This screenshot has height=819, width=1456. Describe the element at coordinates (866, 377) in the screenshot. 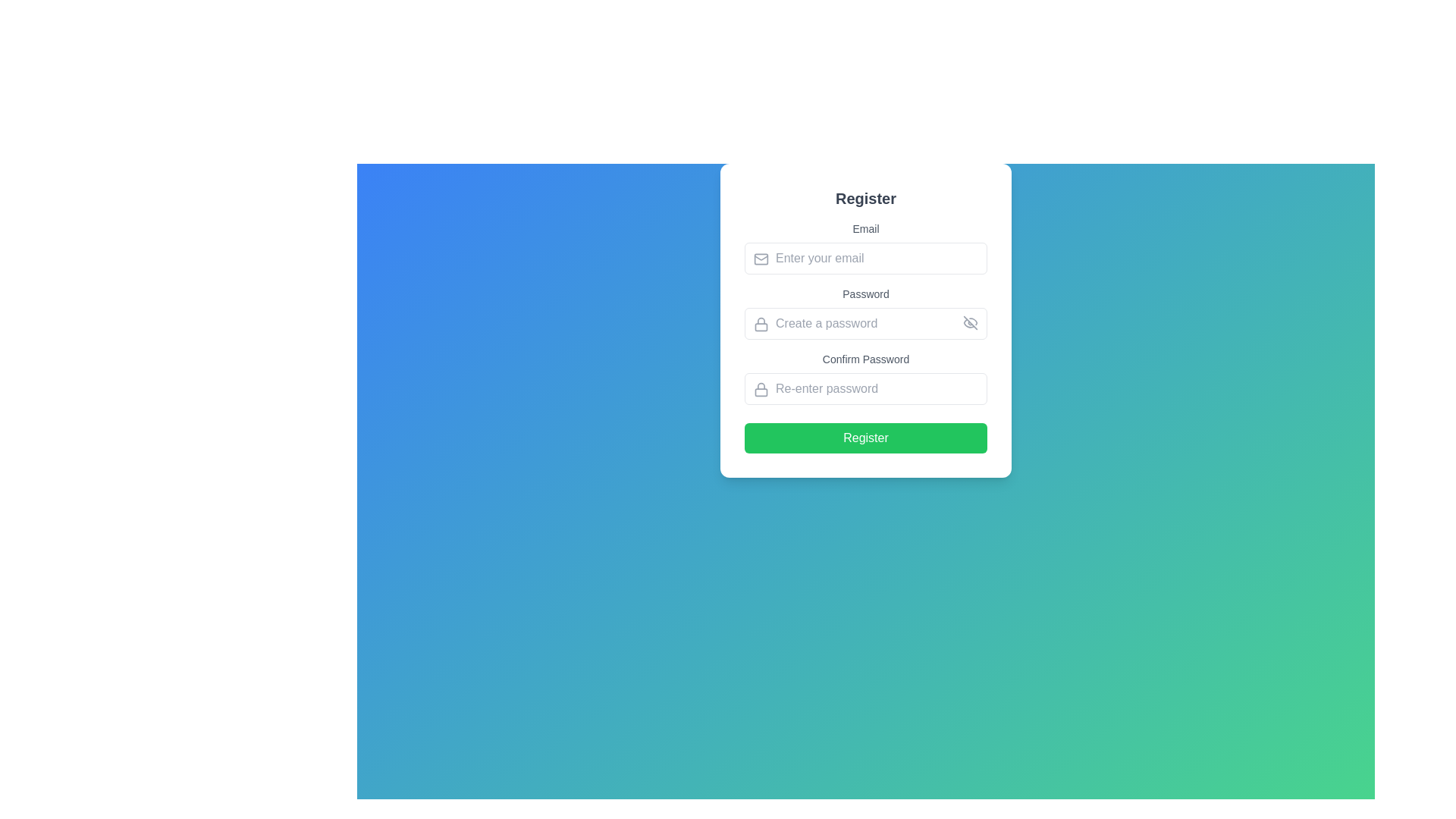

I see `the 'Confirm Password' form field with a gray lock icon` at that location.